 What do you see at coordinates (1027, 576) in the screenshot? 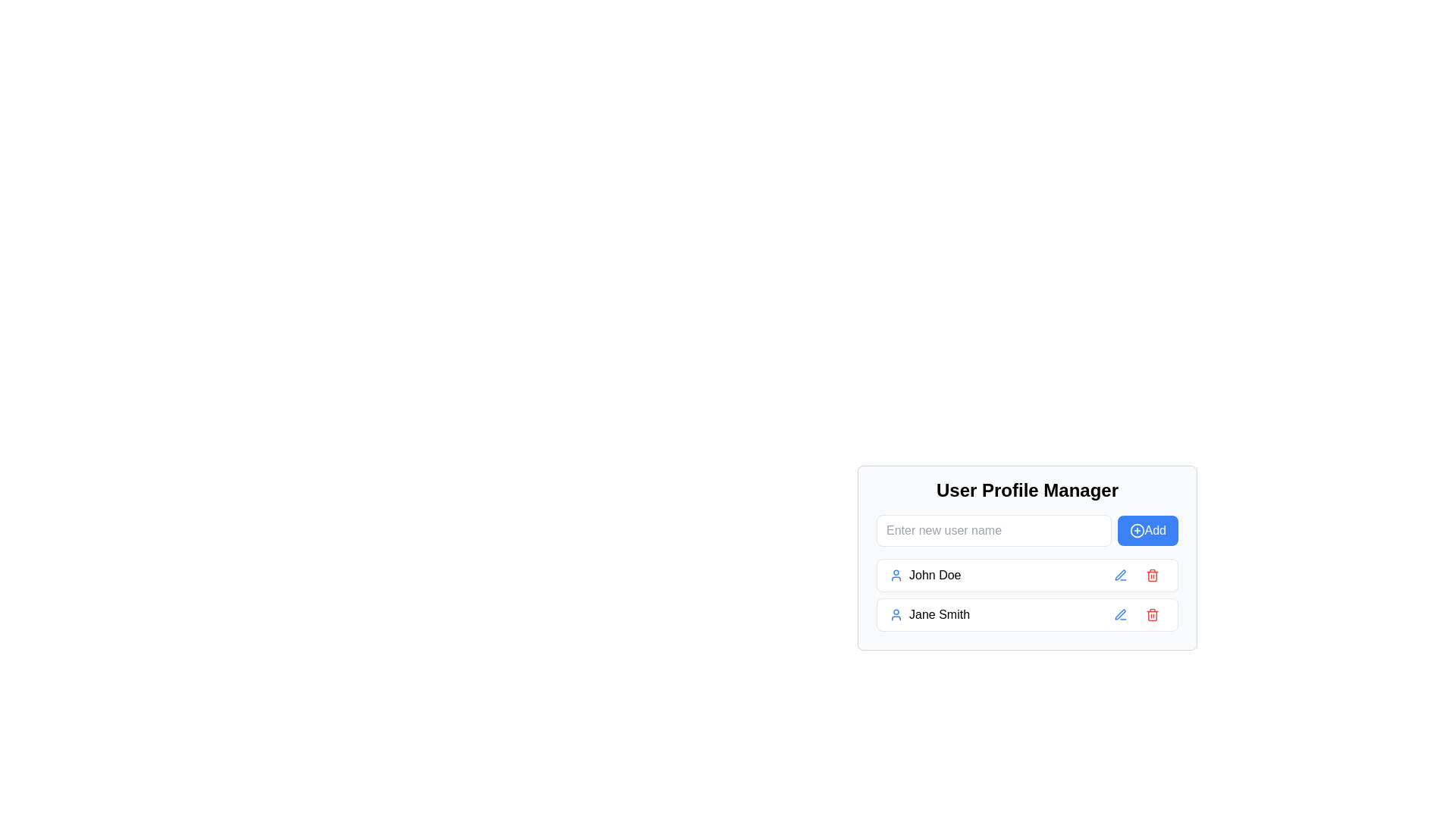
I see `the list entry element representing the user profile 'John Doe', which is the first item in the user profiles list` at bounding box center [1027, 576].